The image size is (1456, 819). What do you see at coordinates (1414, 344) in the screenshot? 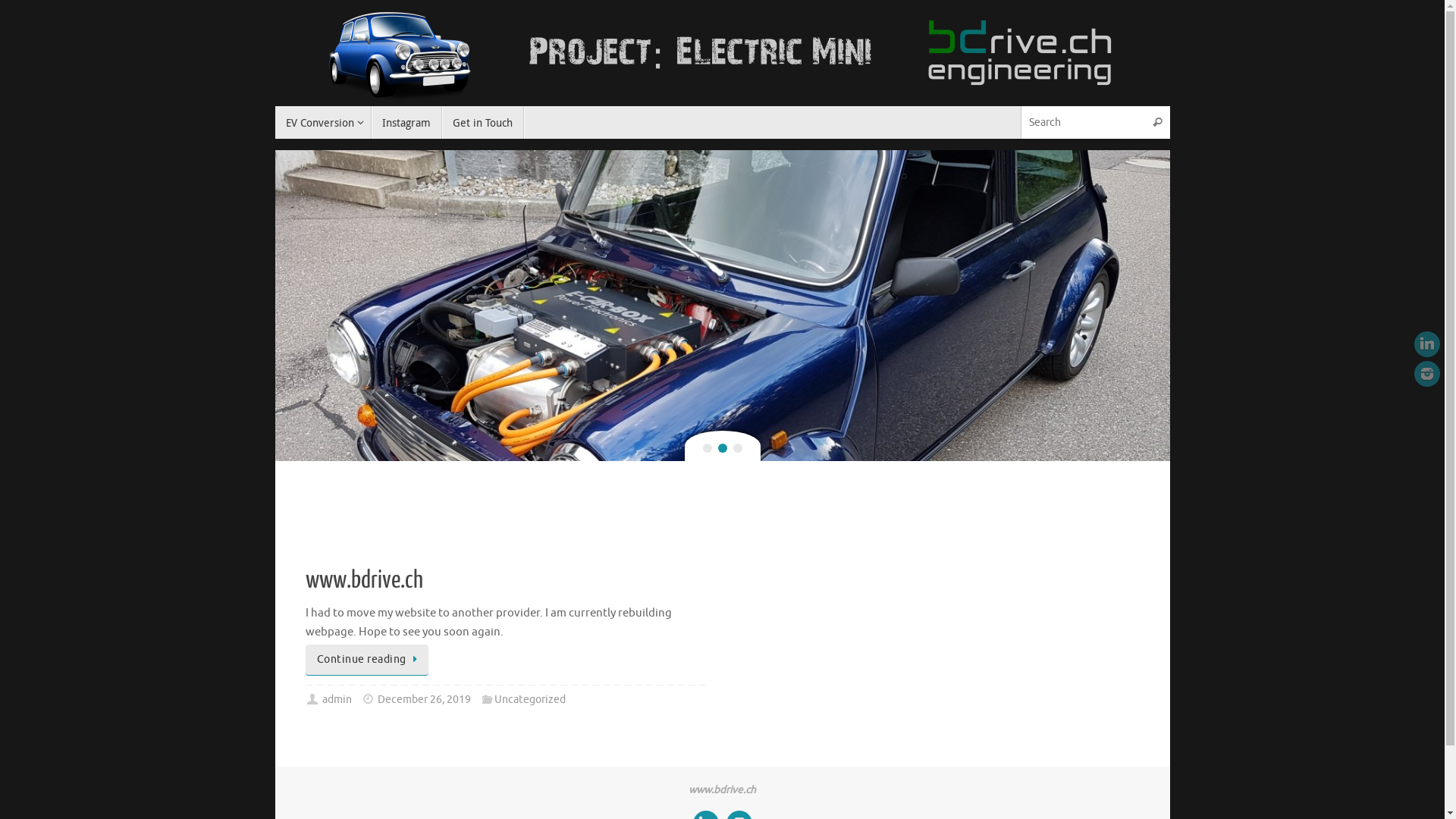
I see `'LinkedIn'` at bounding box center [1414, 344].